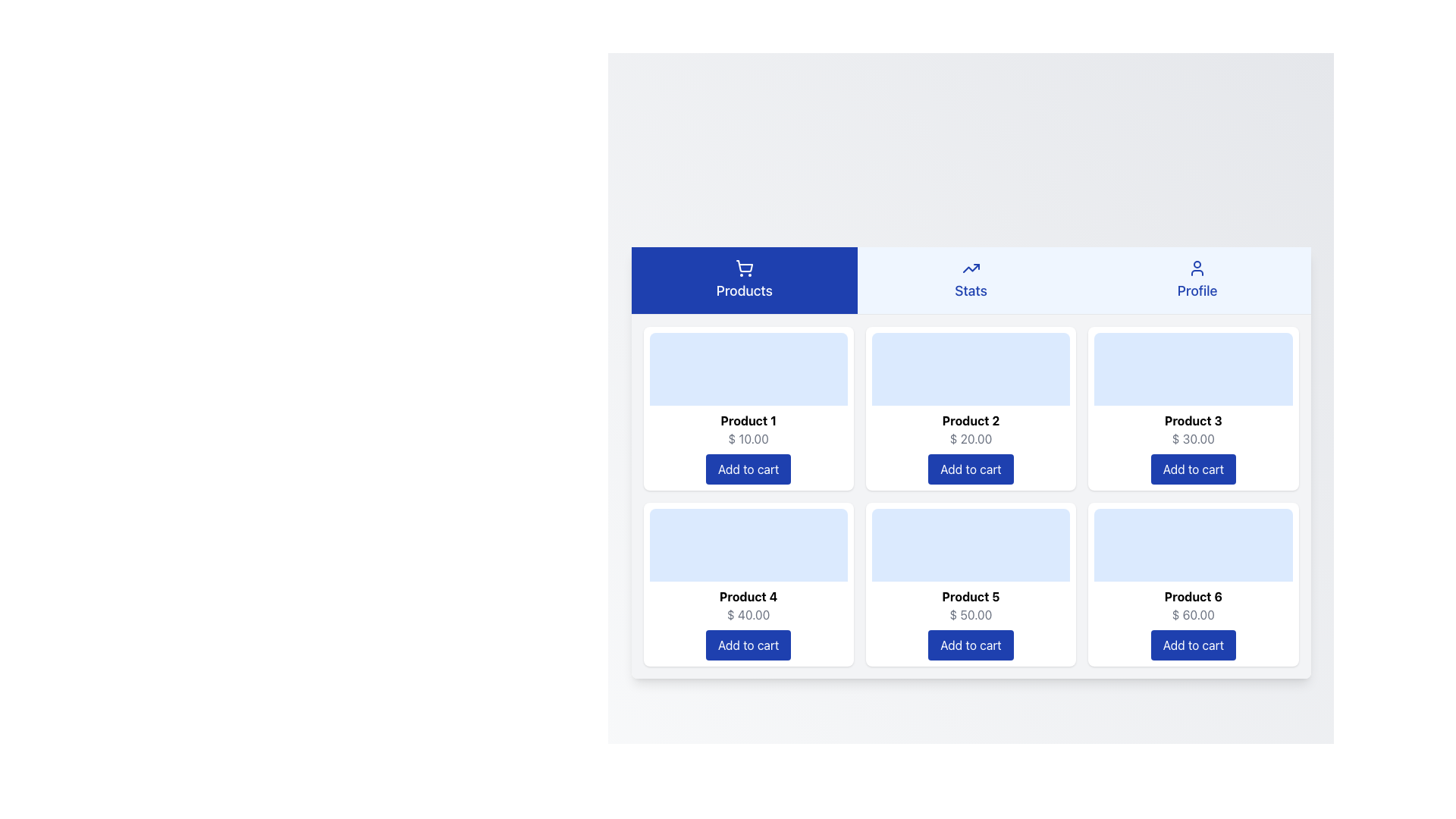 This screenshot has height=819, width=1456. Describe the element at coordinates (971, 280) in the screenshot. I see `the second item in the top center navigation bar labeled for accessing statistical data` at that location.